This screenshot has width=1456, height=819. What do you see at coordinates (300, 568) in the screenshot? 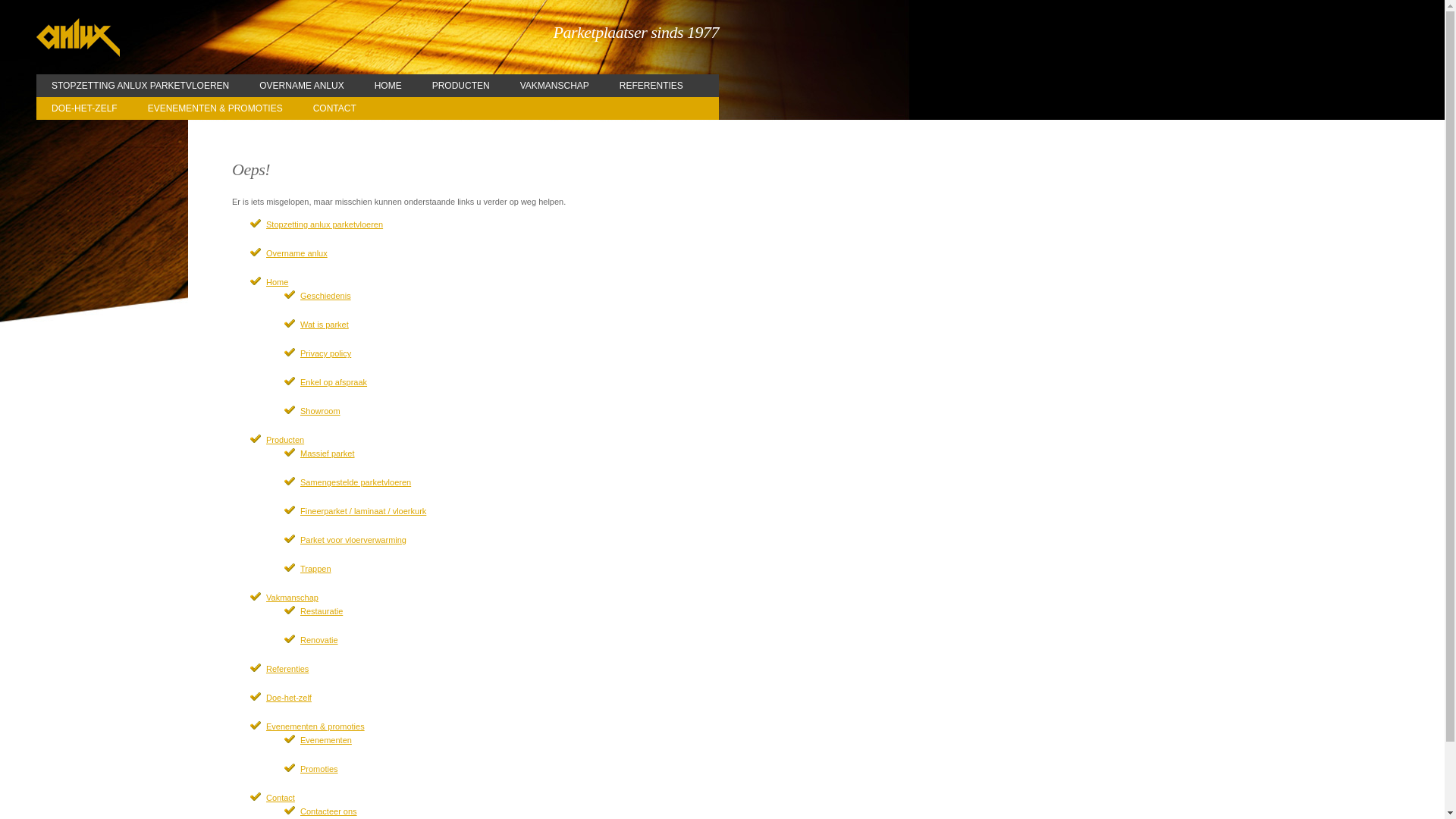
I see `'Trappen'` at bounding box center [300, 568].